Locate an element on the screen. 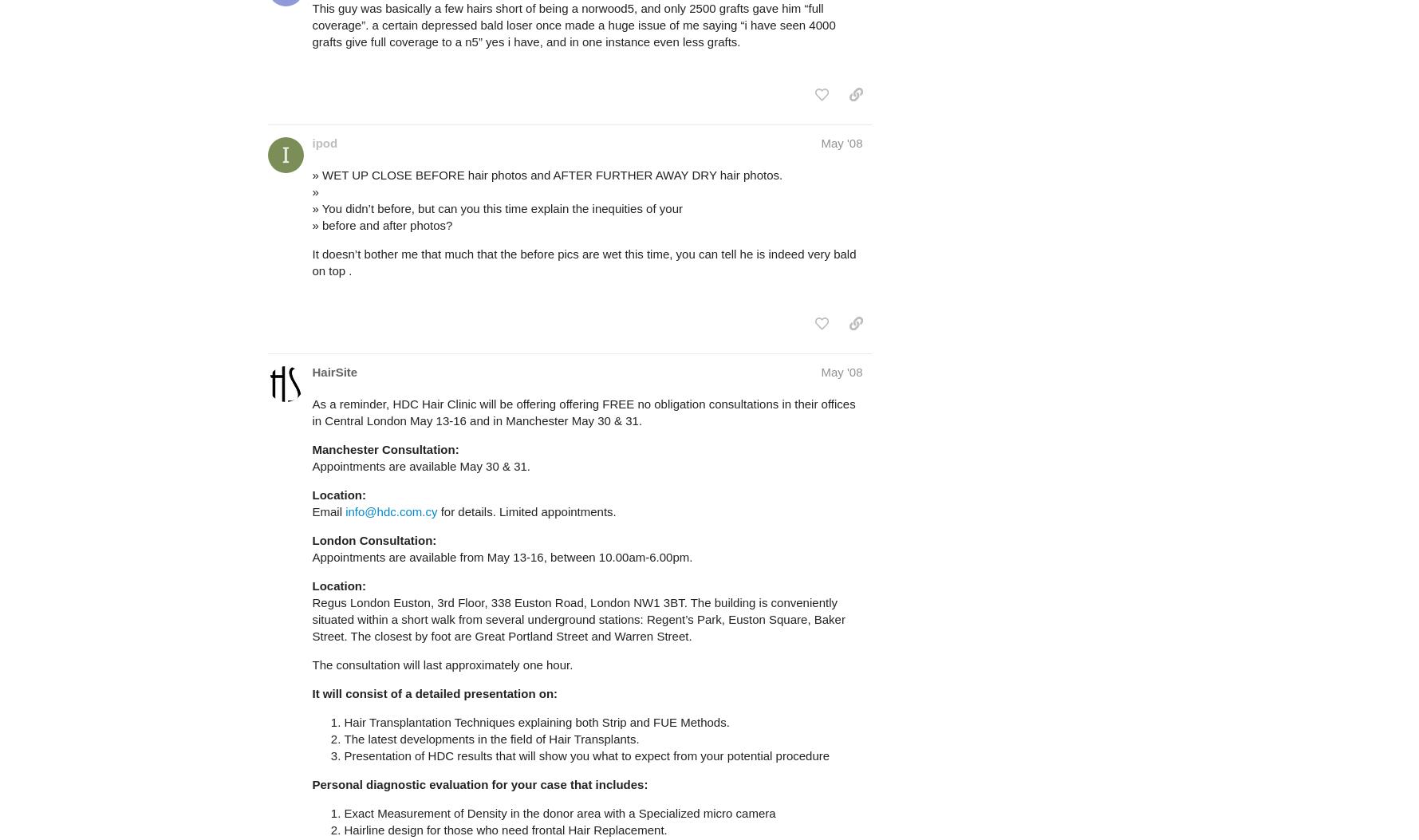 This screenshot has height=840, width=1419. 'HairSite' is located at coordinates (334, 371).